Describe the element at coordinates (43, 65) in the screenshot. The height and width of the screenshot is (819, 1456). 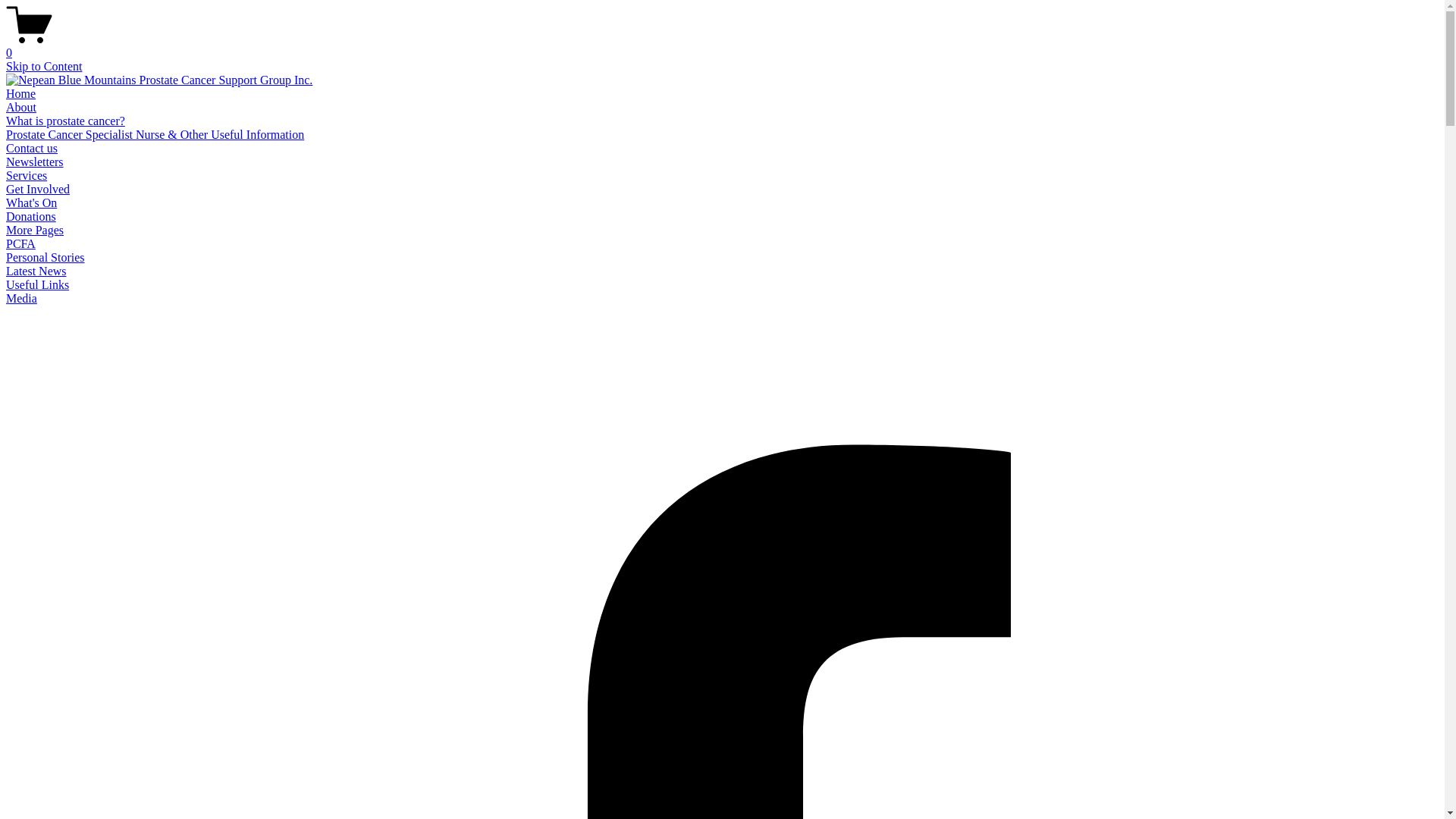
I see `'Skip to Content'` at that location.